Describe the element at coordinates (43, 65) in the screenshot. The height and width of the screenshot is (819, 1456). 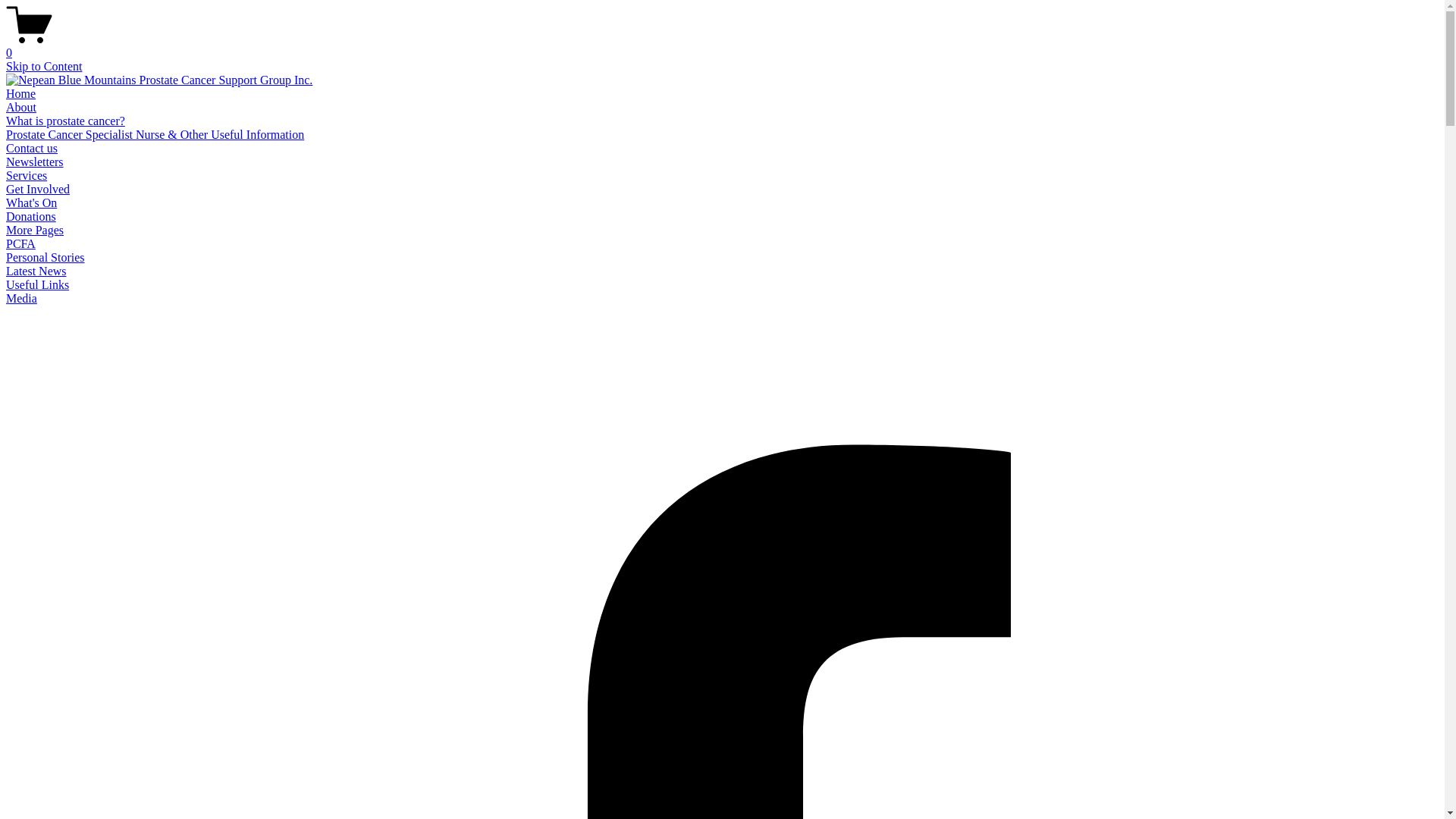
I see `'Skip to Content'` at that location.